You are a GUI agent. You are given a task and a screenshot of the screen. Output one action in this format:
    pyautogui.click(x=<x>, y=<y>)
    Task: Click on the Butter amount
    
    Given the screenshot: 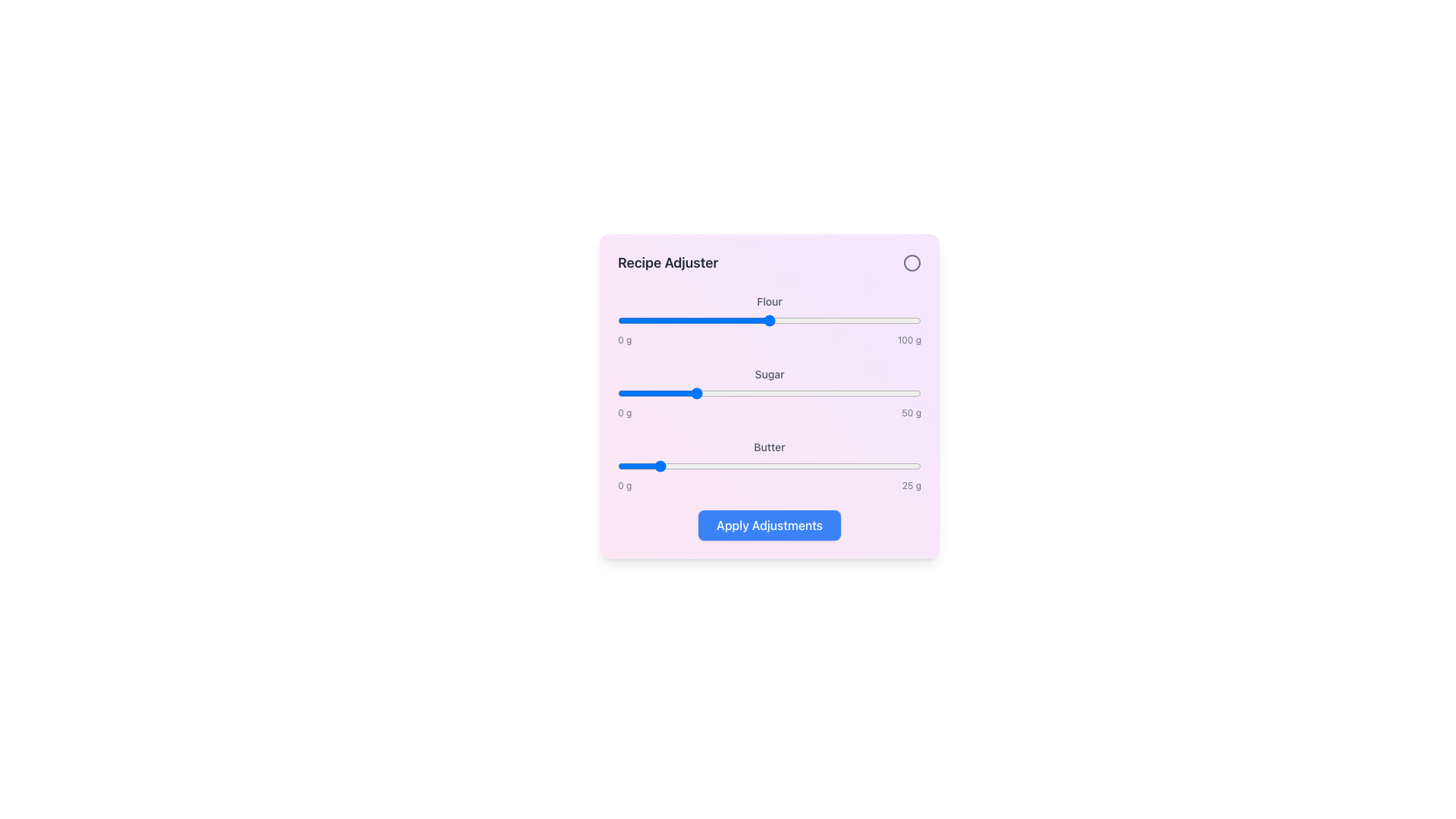 What is the action you would take?
    pyautogui.click(x=665, y=465)
    